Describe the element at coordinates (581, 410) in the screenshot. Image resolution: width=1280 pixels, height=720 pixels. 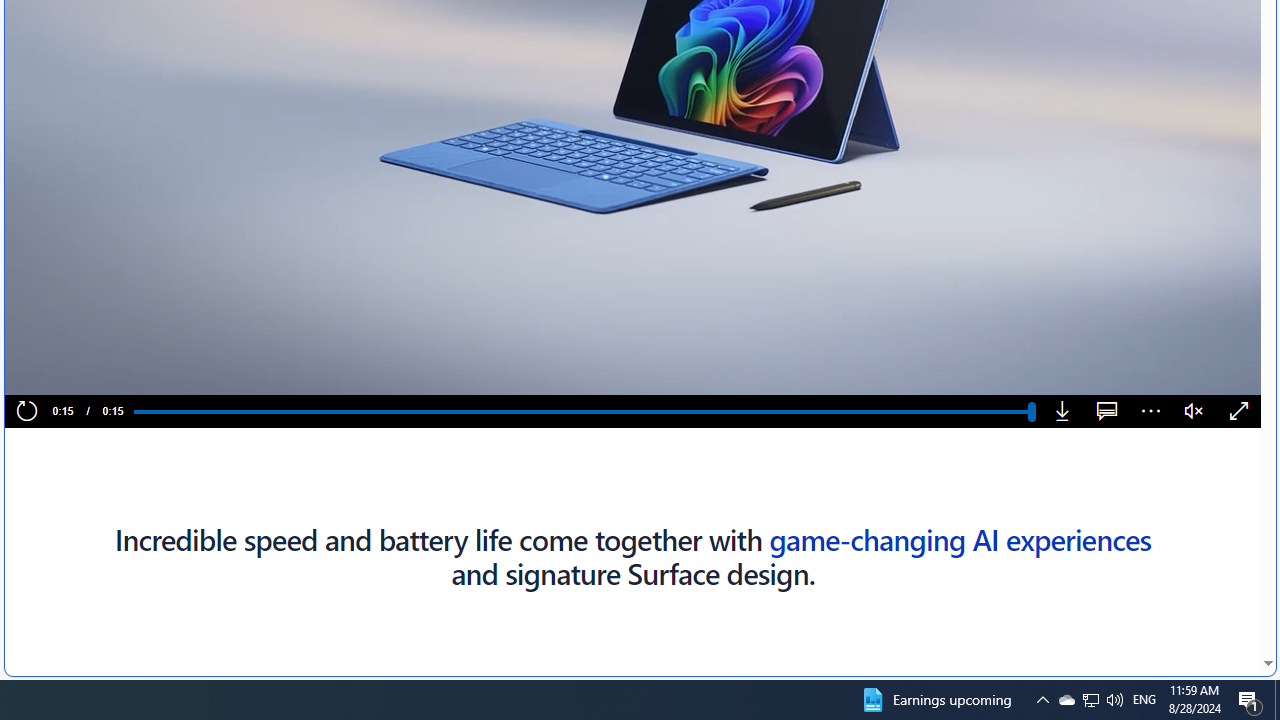
I see `'Progress Bar'` at that location.